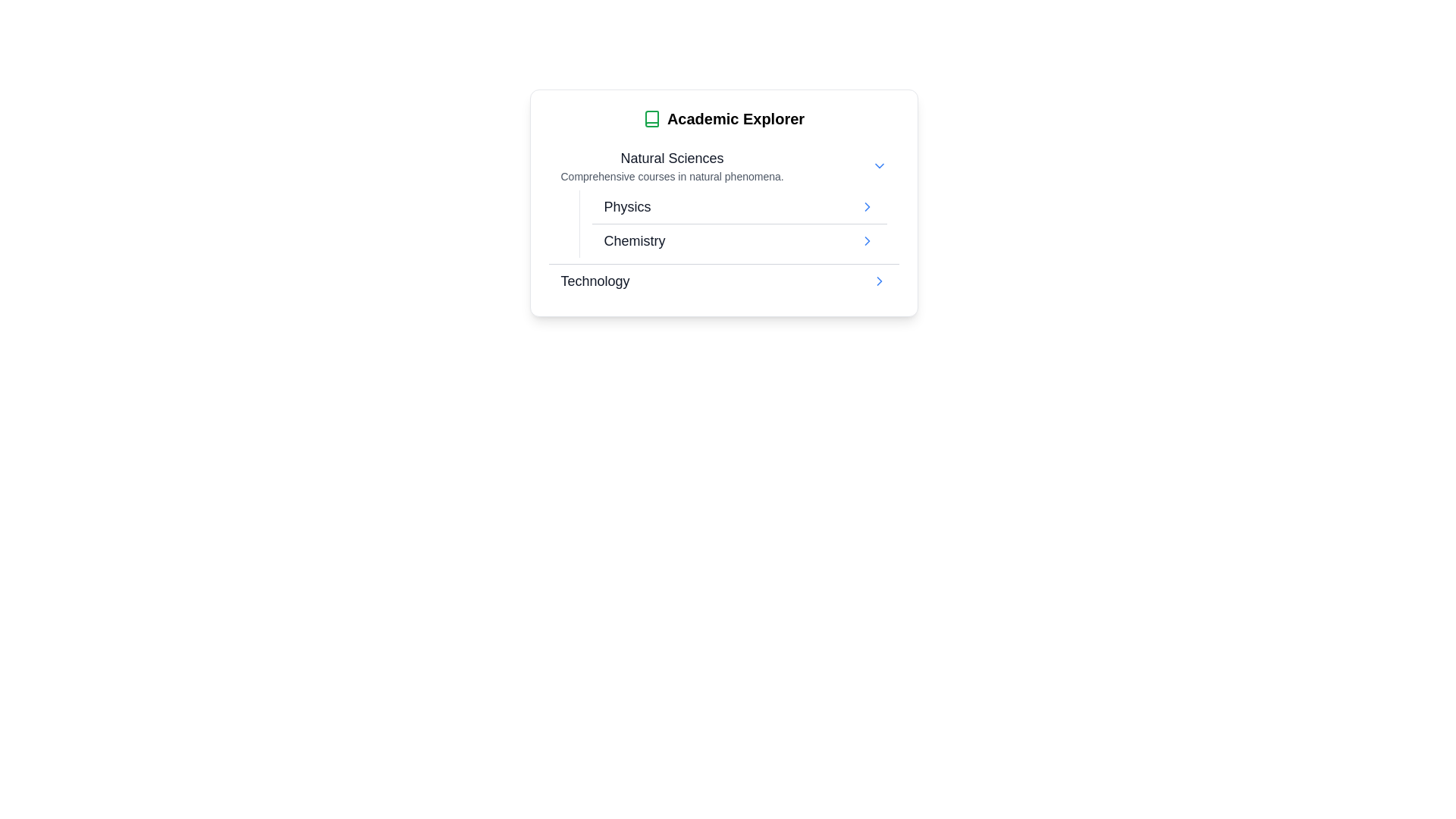 The height and width of the screenshot is (819, 1456). I want to click on the right-pointing blue arrow icon located next to the 'Technology' text, so click(879, 281).